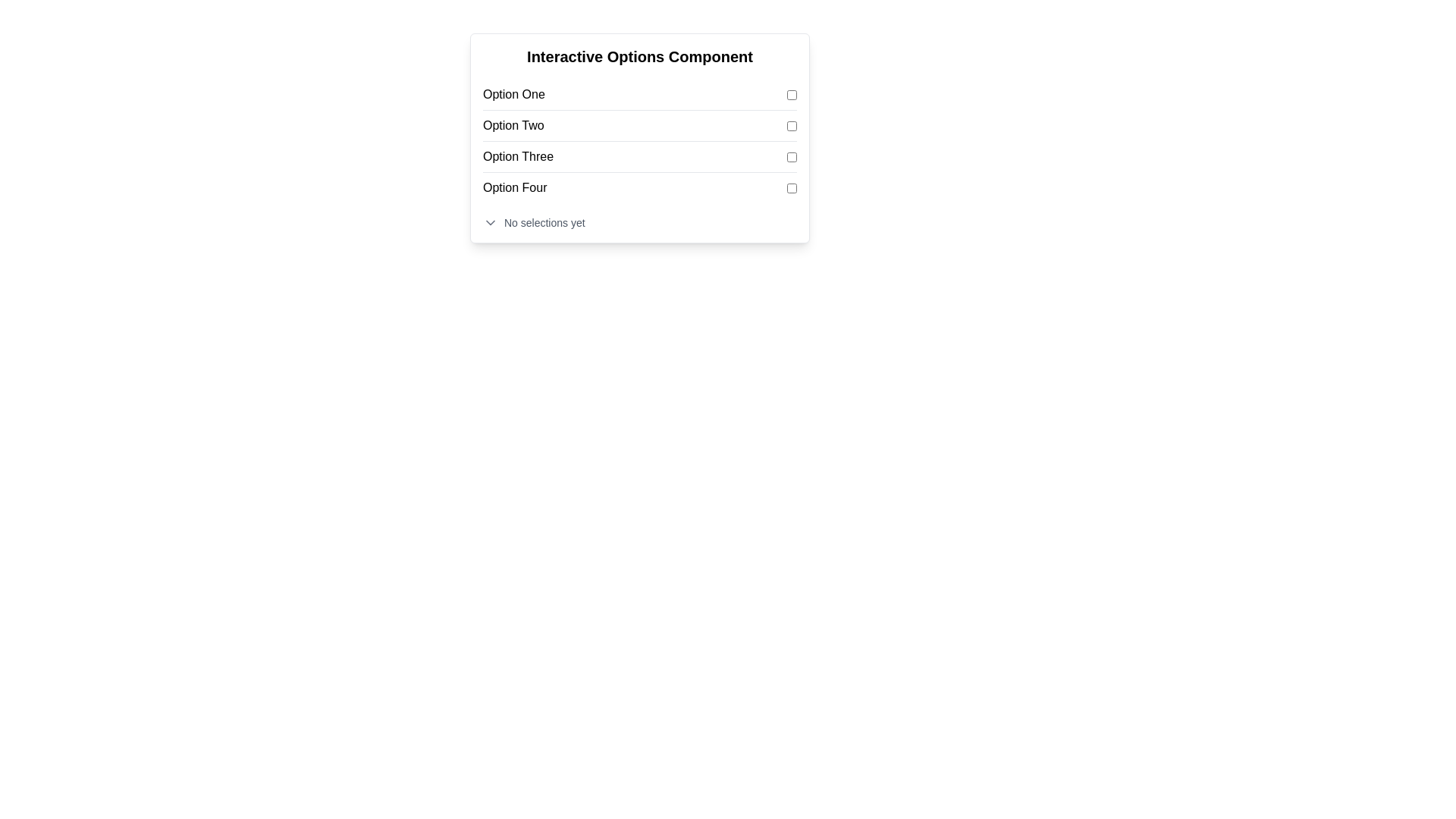 The image size is (1456, 819). I want to click on the SVG Icon located to the left of the text 'No selections yet', so click(491, 222).